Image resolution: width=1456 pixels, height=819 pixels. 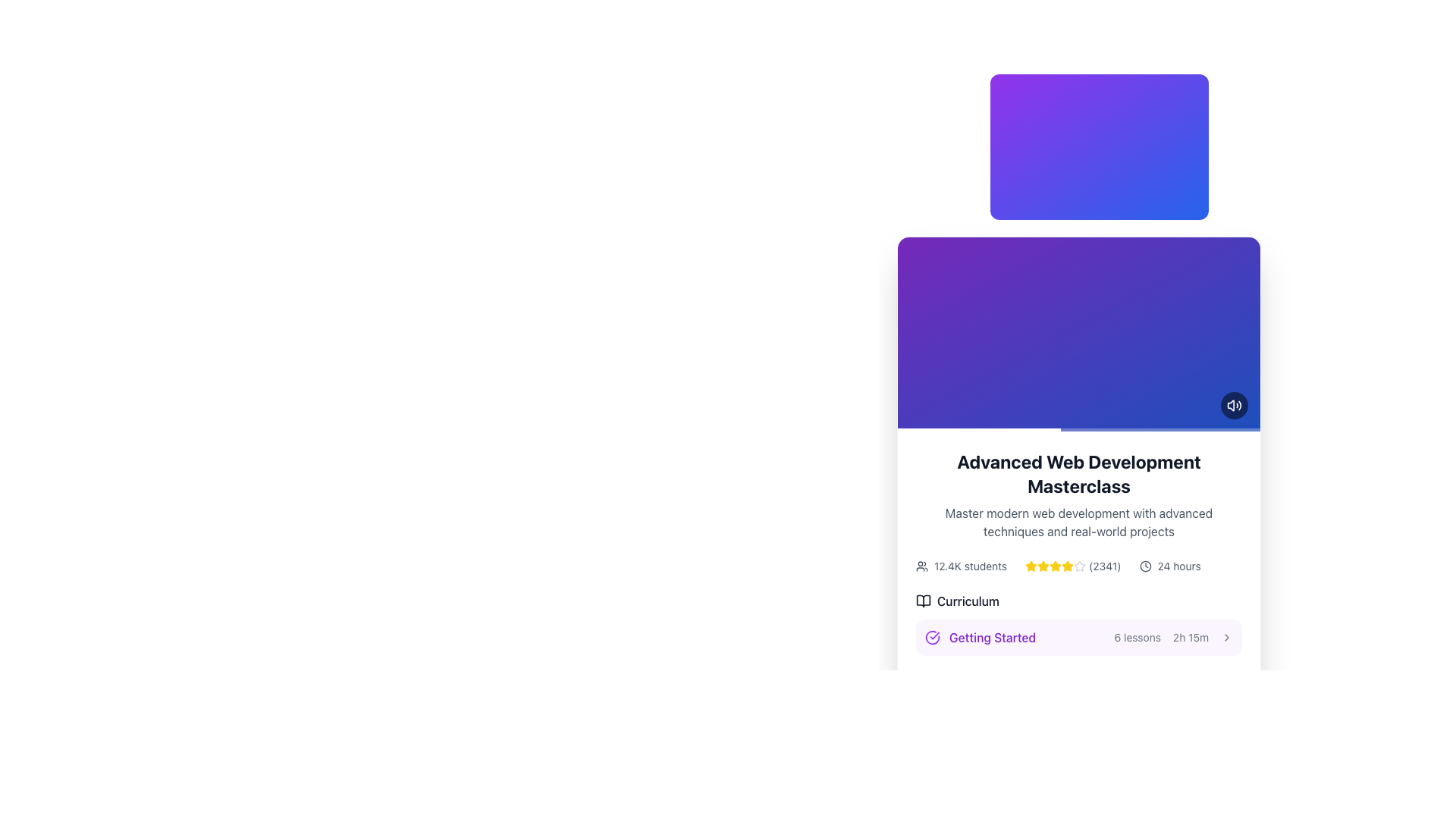 I want to click on the non-interactive text label that displays the number of students associated with the course, located in the middle section of a content card, next to a user icon, so click(x=971, y=566).